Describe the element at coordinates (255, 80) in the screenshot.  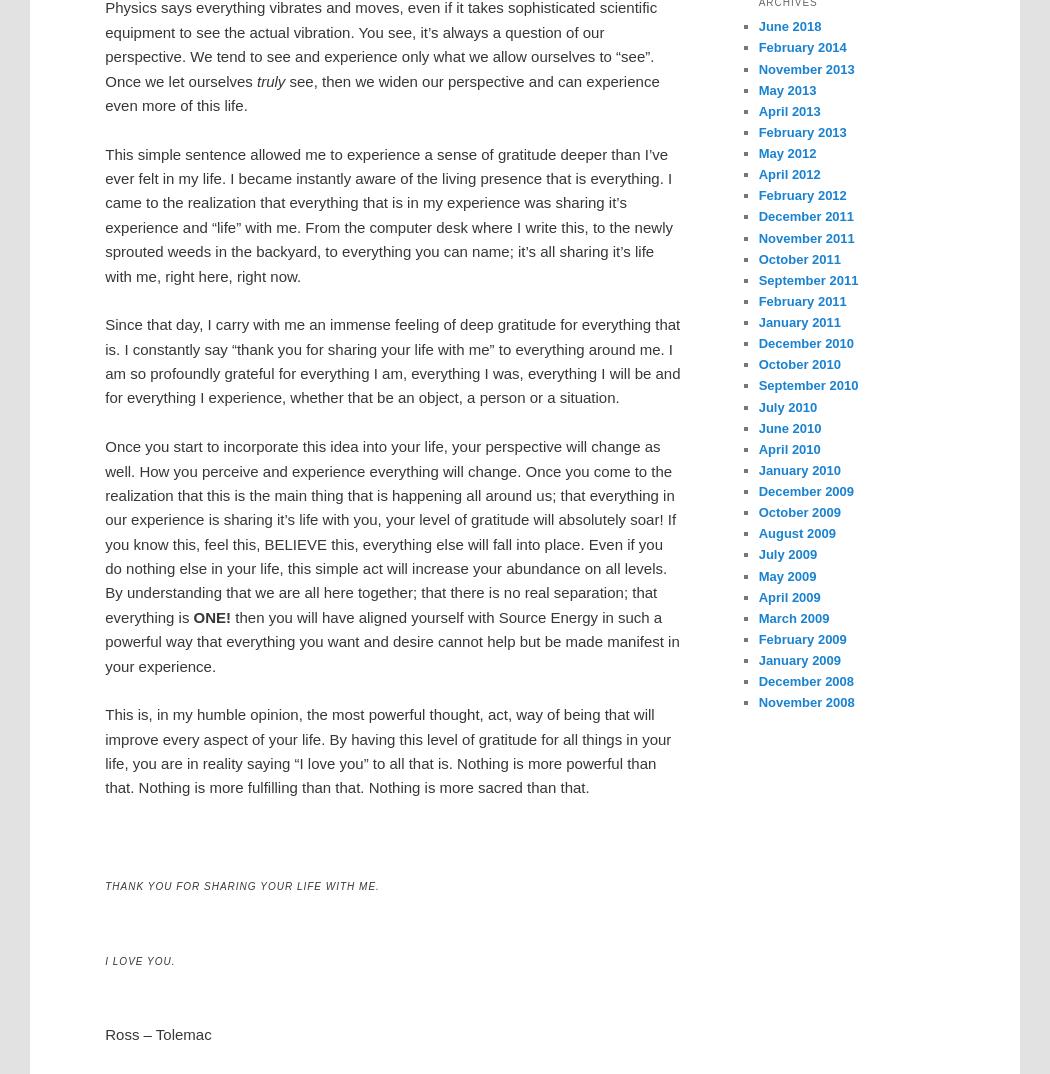
I see `'truly'` at that location.